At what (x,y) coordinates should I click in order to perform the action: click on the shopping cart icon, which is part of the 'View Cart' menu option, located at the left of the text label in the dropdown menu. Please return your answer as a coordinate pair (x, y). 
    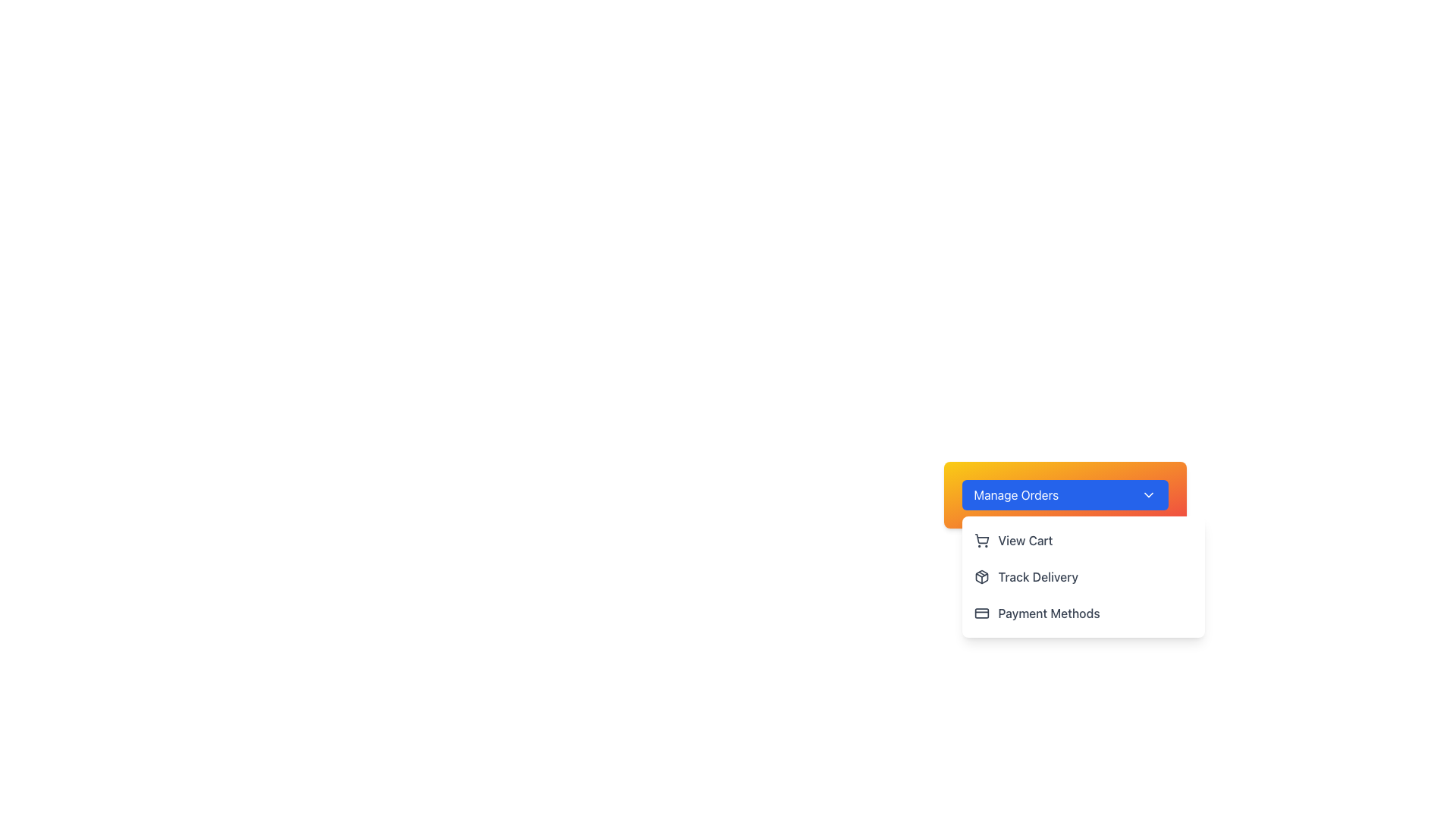
    Looking at the image, I should click on (981, 540).